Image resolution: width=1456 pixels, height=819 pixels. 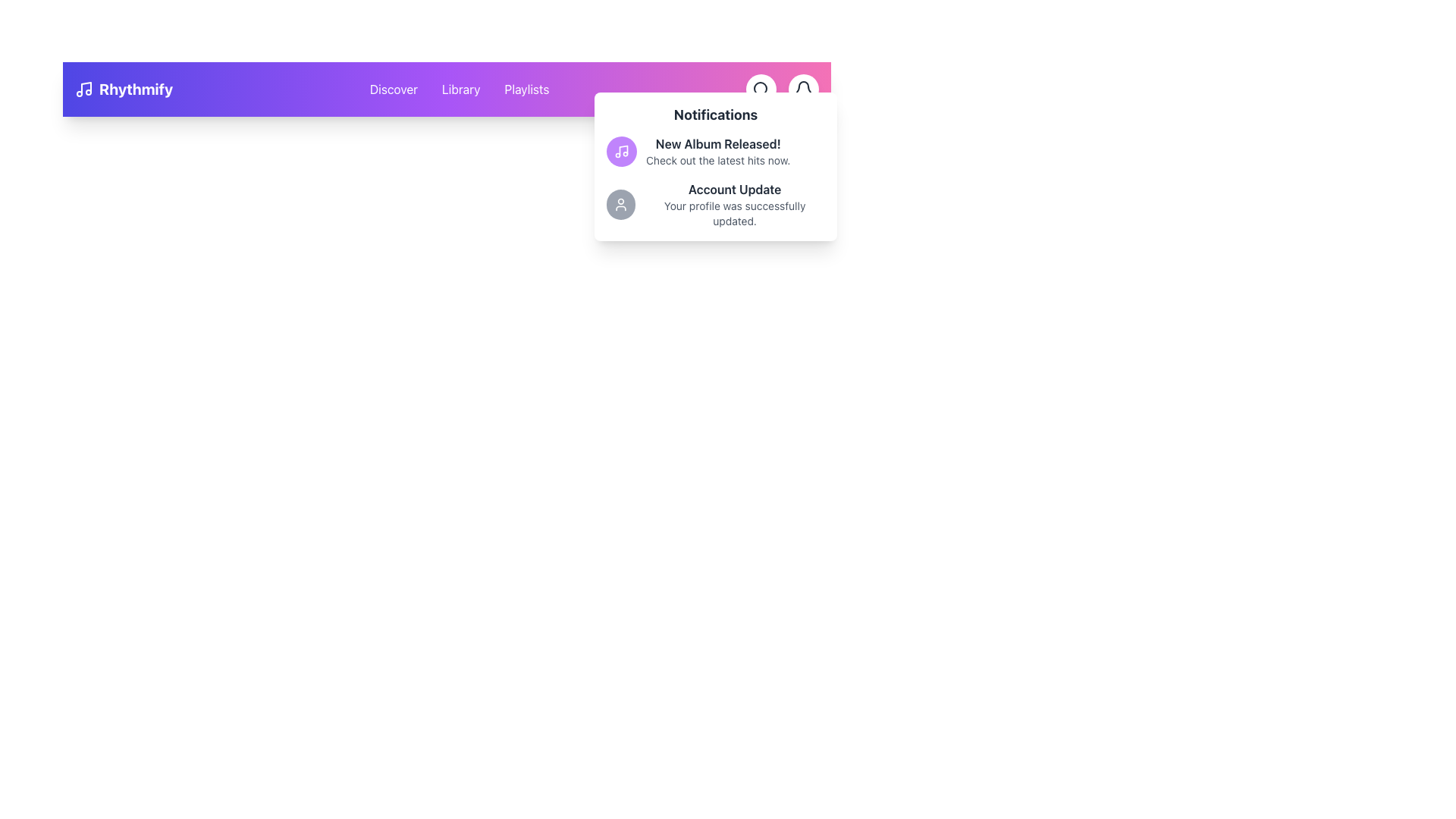 What do you see at coordinates (715, 114) in the screenshot?
I see `the 'Notifications' text label, which is styled in bold, dark gray, and located at the top center of the notification panel` at bounding box center [715, 114].